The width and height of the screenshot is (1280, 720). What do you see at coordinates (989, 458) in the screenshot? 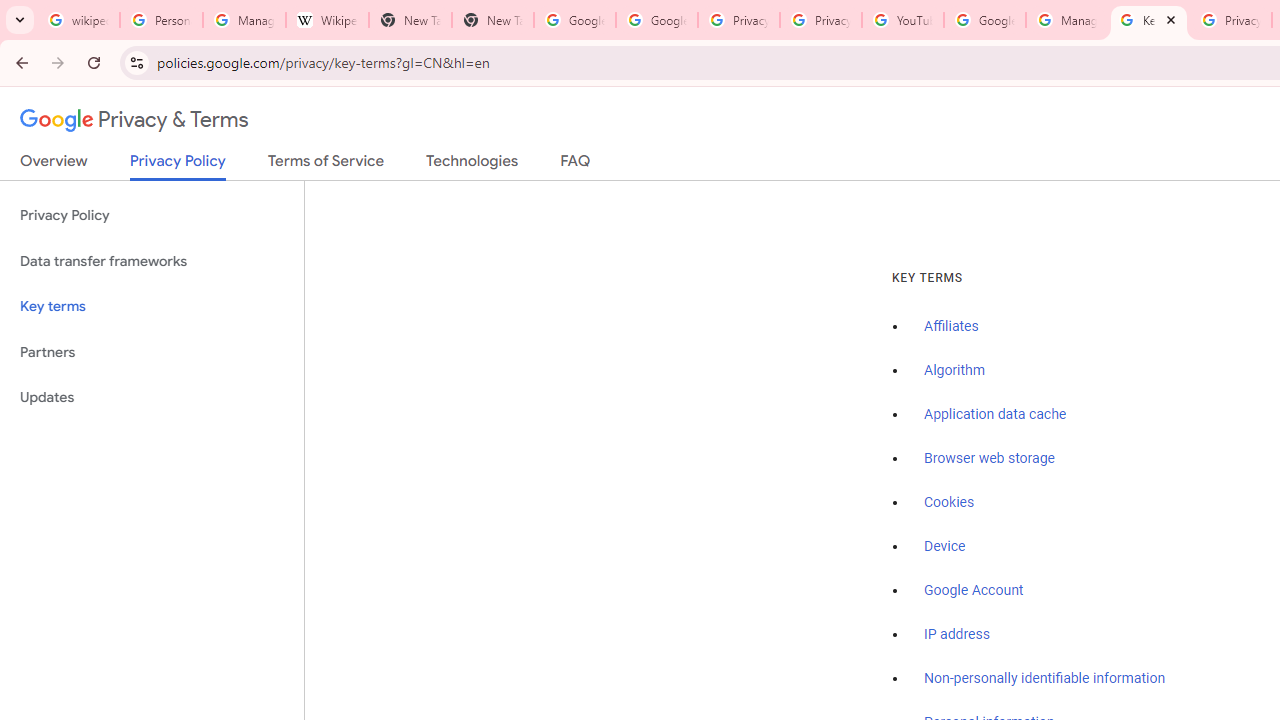
I see `'Browser web storage'` at bounding box center [989, 458].